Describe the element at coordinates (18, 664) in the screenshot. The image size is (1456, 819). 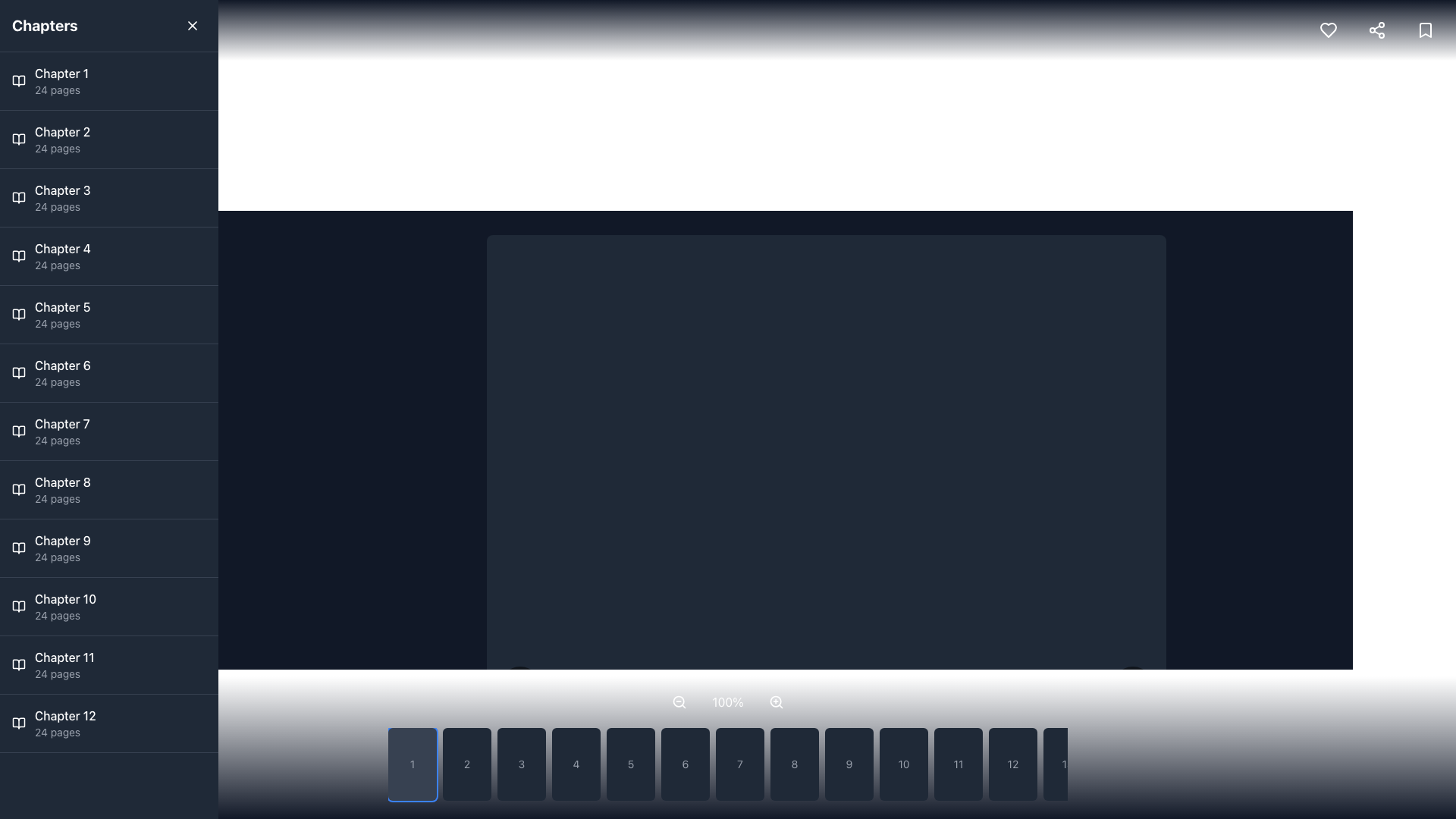
I see `the icon representing 'Chapter 11 24 pages' located in the vertical sidebar to note its visual association with the chapter text` at that location.